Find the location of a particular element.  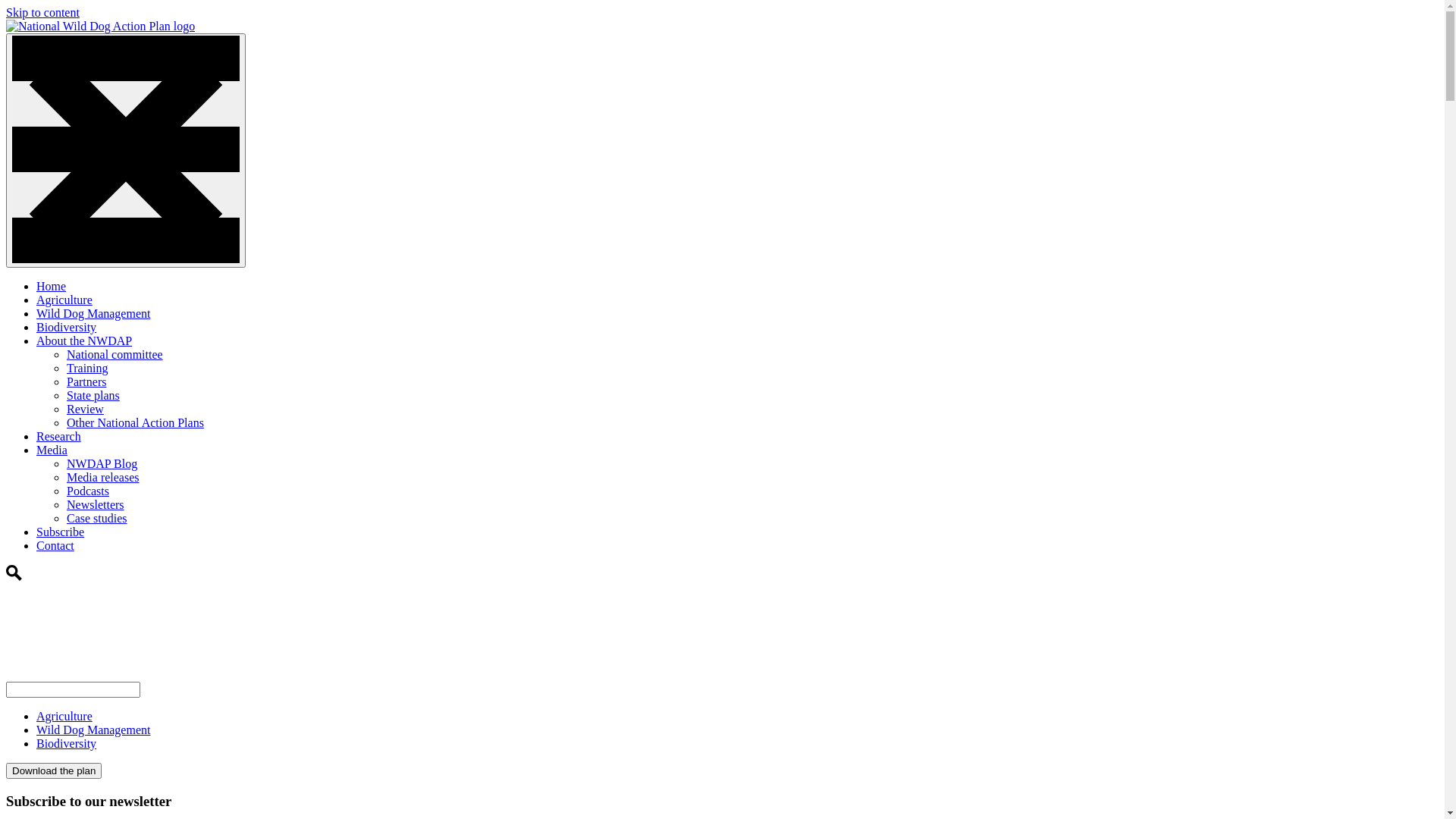

'State plans' is located at coordinates (93, 394).